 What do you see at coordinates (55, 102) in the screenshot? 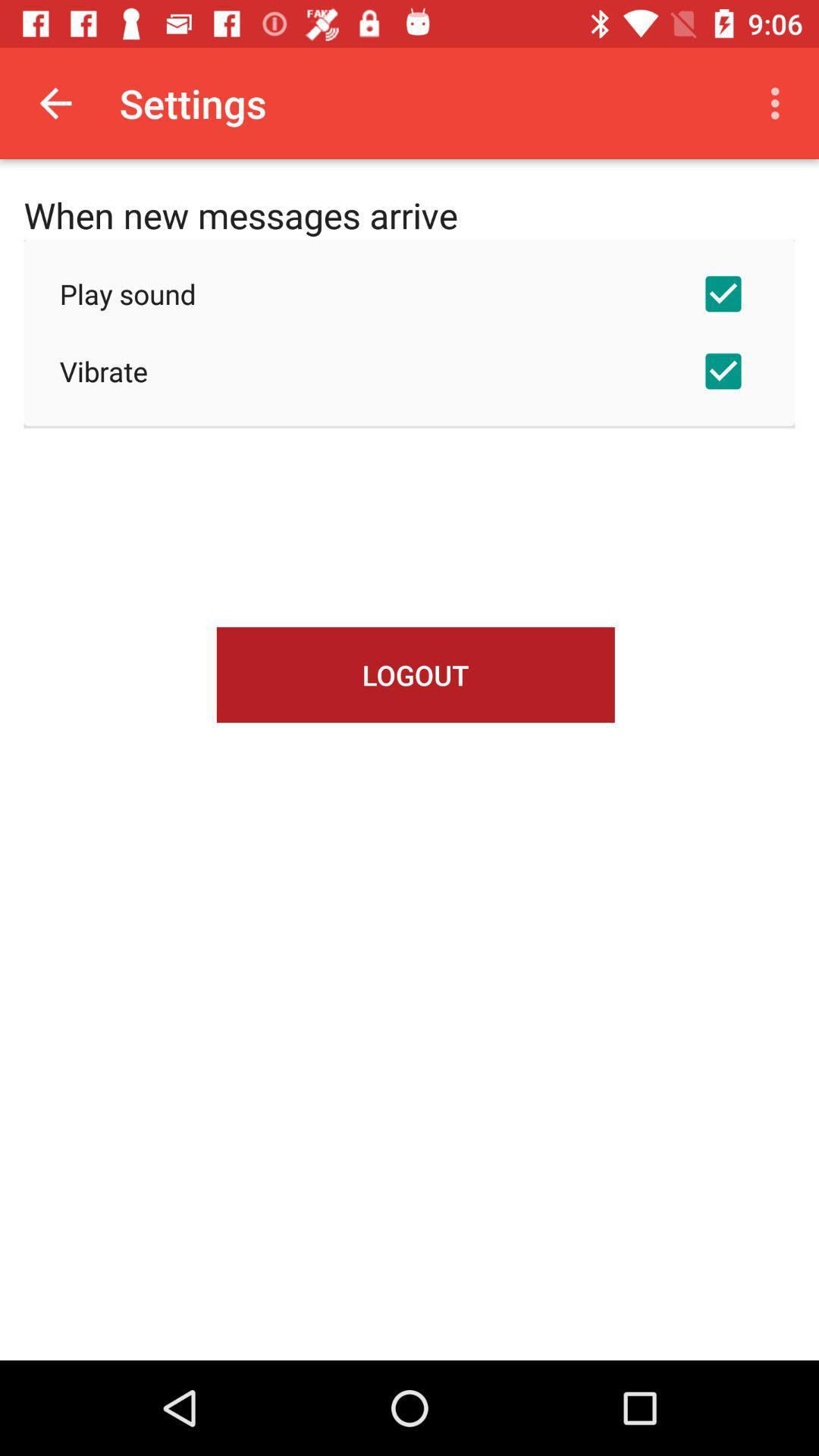
I see `the app next to the settings` at bounding box center [55, 102].